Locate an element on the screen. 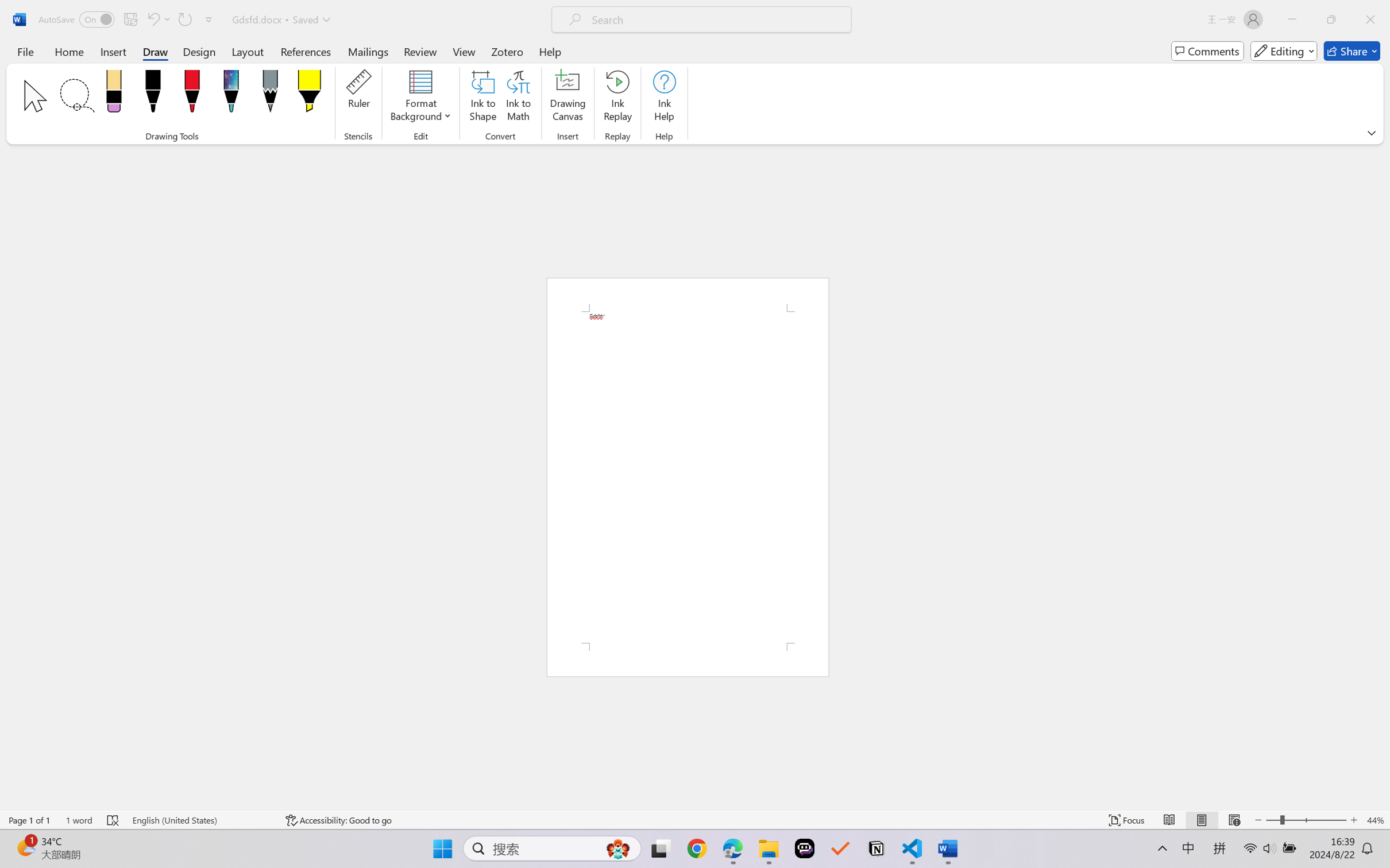  'Undo Apply Quick Style' is located at coordinates (152, 19).